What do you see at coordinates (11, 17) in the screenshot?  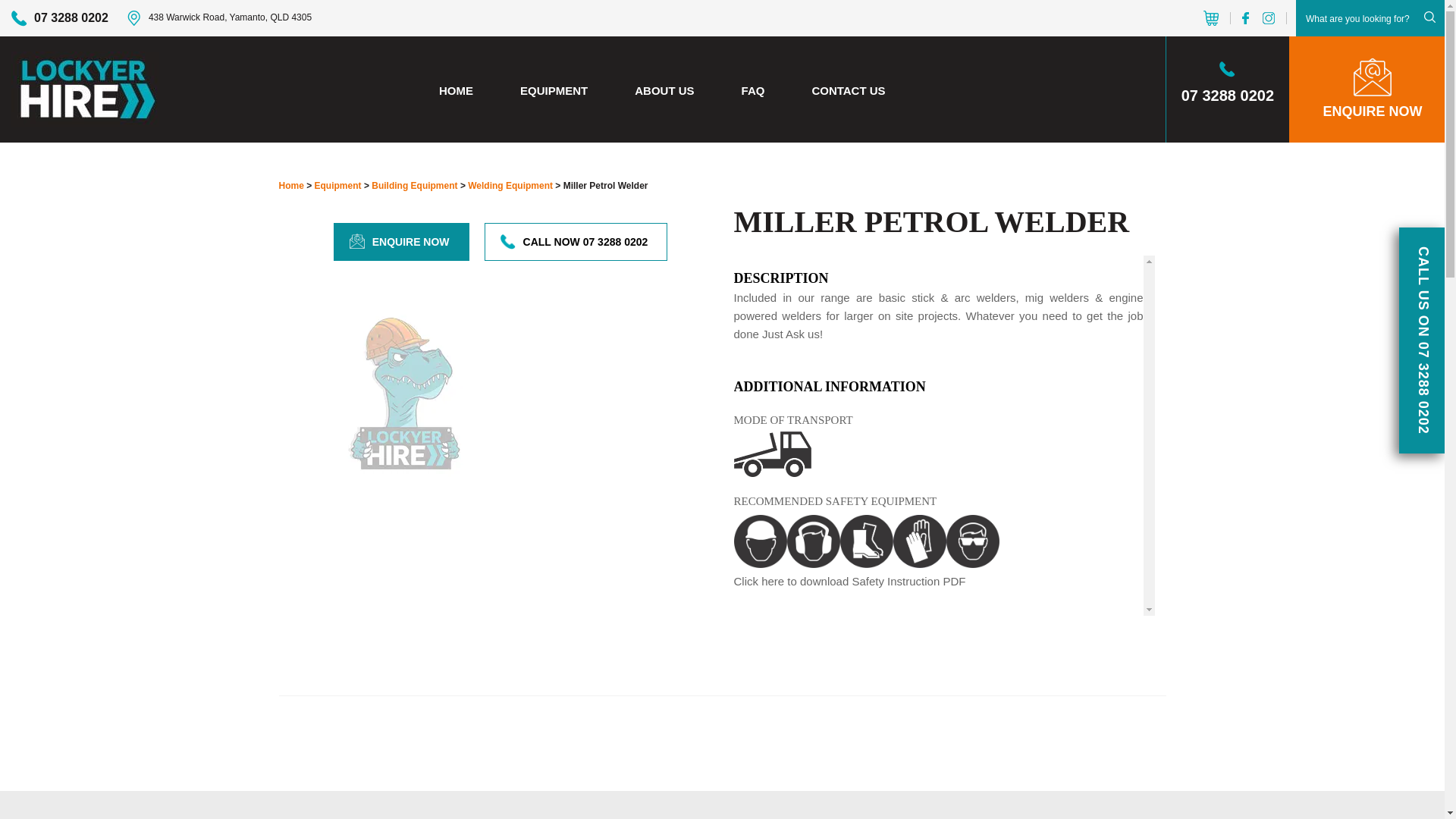 I see `'07 3288 0202'` at bounding box center [11, 17].